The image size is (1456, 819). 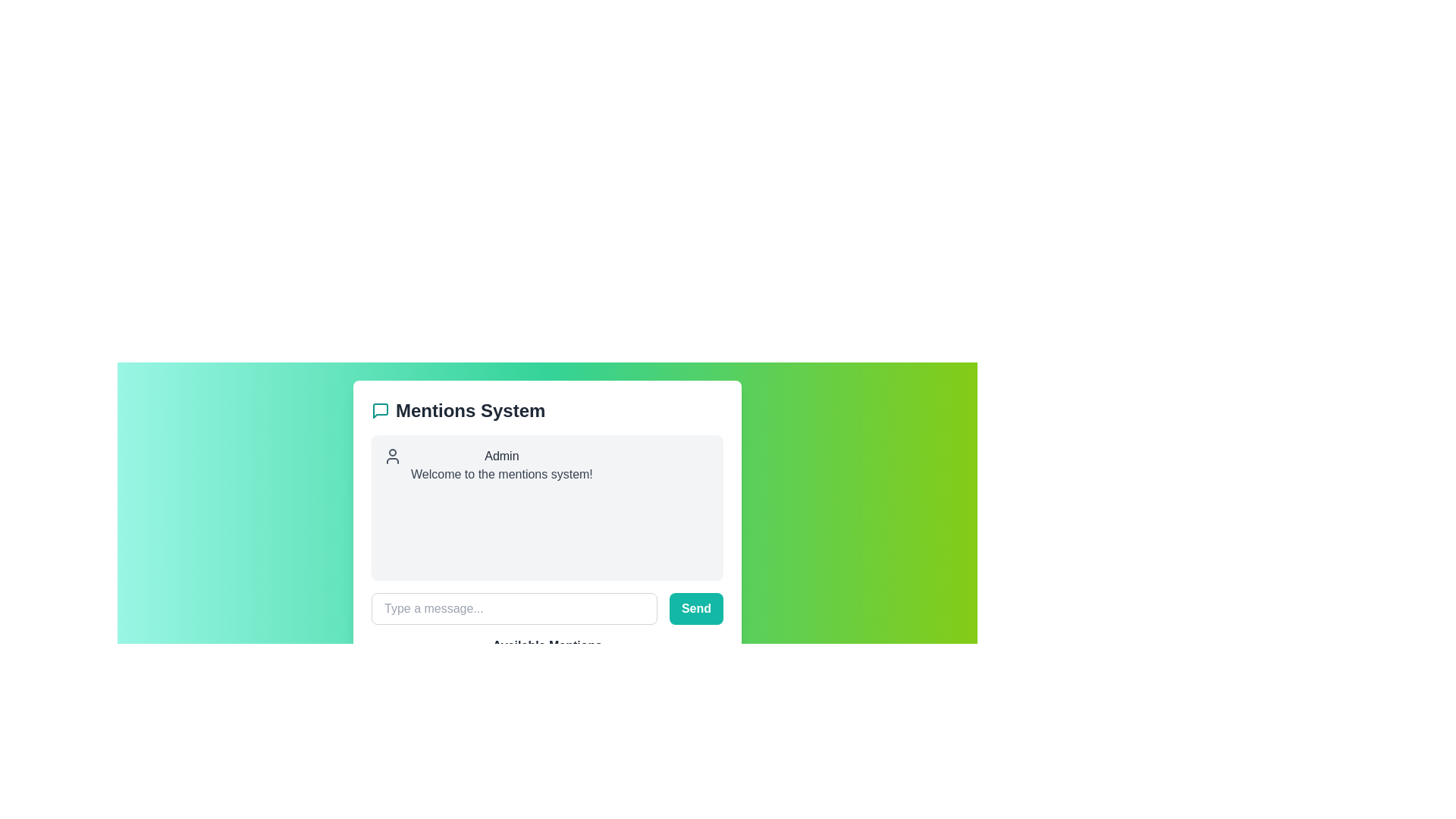 What do you see at coordinates (546, 646) in the screenshot?
I see `the text label that reads 'Available Mentions', which is styled in gray and bold, by moving the cursor to its center and clicking on it` at bounding box center [546, 646].